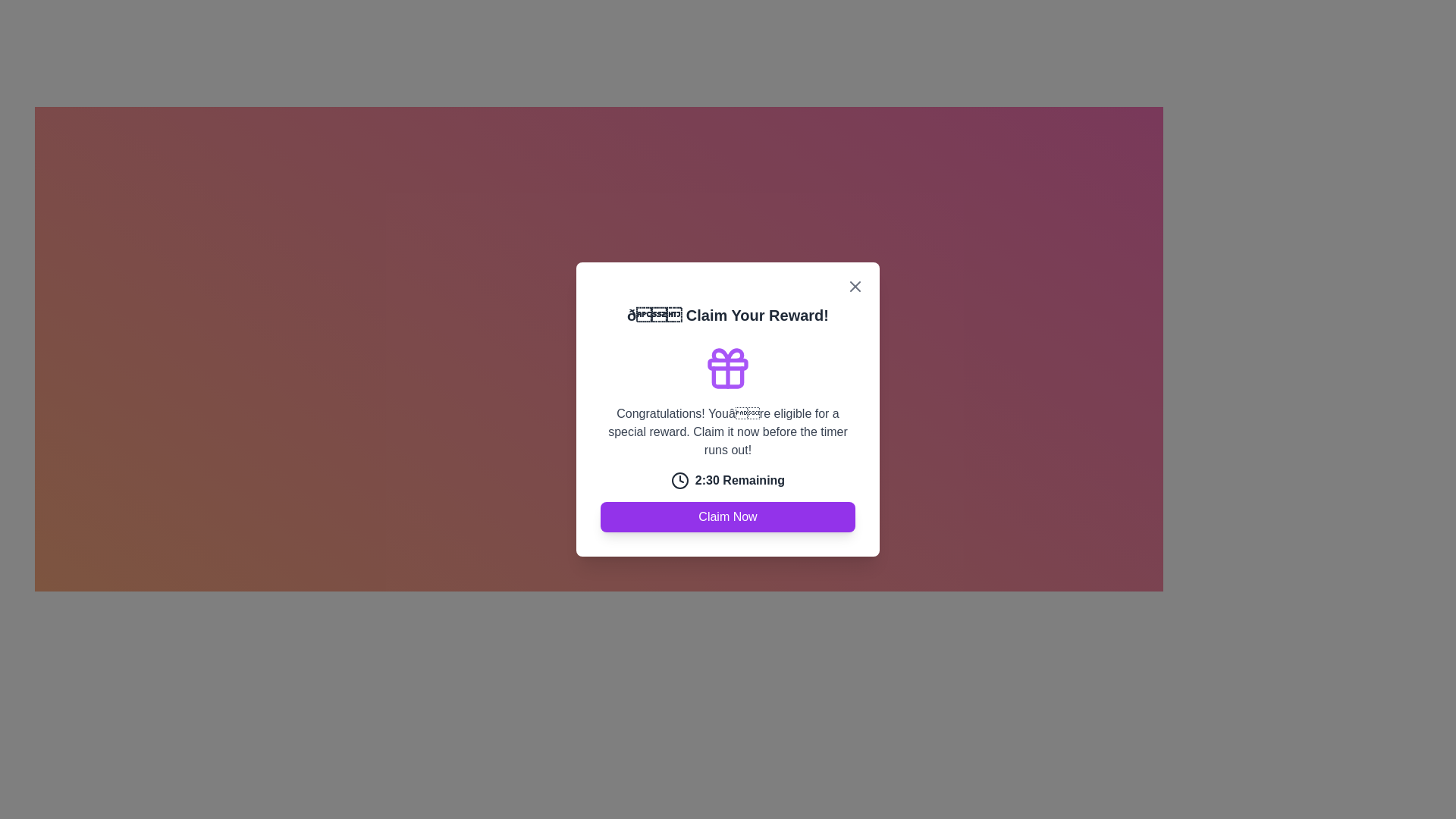  What do you see at coordinates (728, 432) in the screenshot?
I see `text block that displays the message 'Congratulations! You’re eligible for a special reward. Claim it now before the timer runs out!' which is centered in a modal window and styled in gray color` at bounding box center [728, 432].